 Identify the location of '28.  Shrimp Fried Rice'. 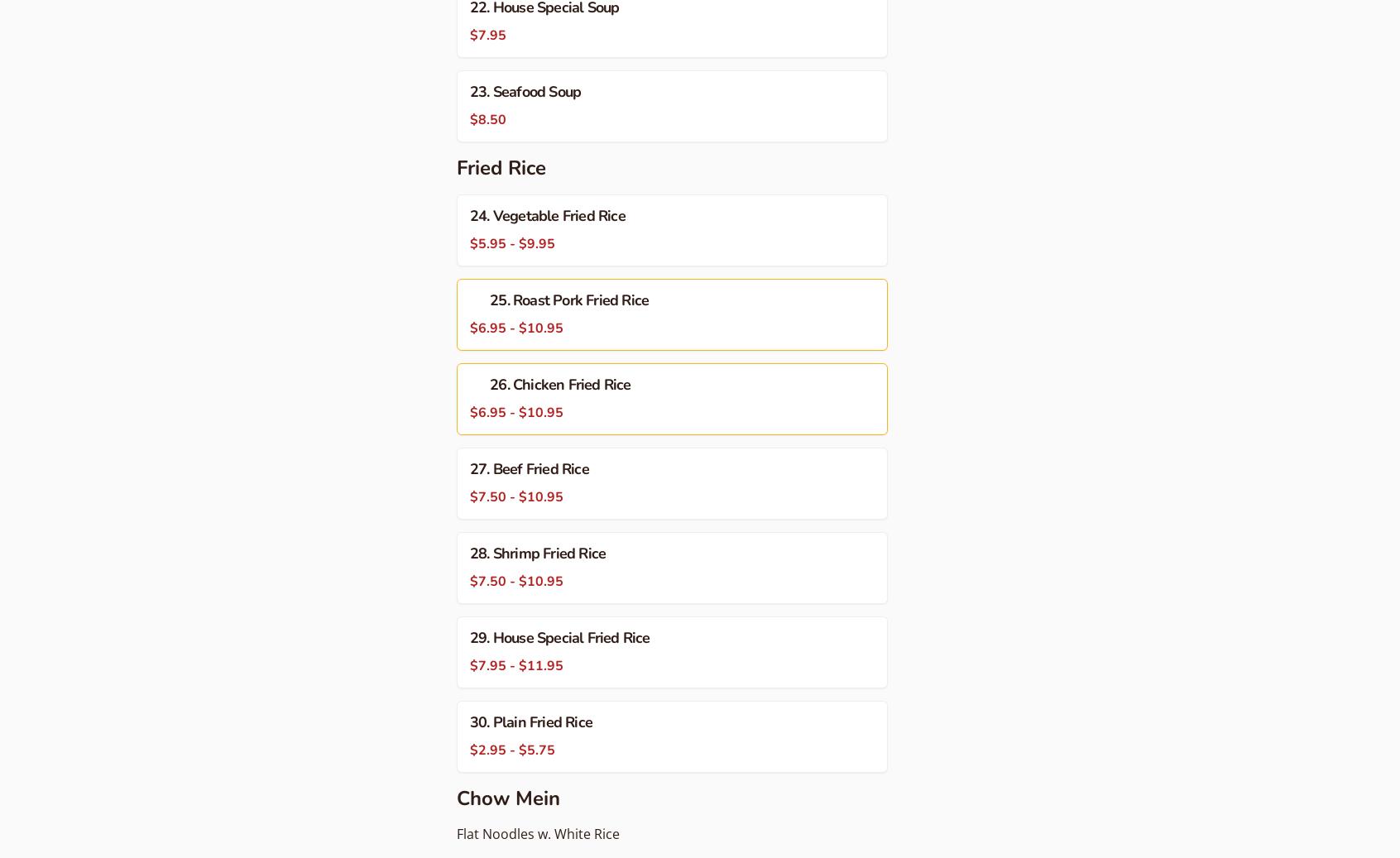
(538, 553).